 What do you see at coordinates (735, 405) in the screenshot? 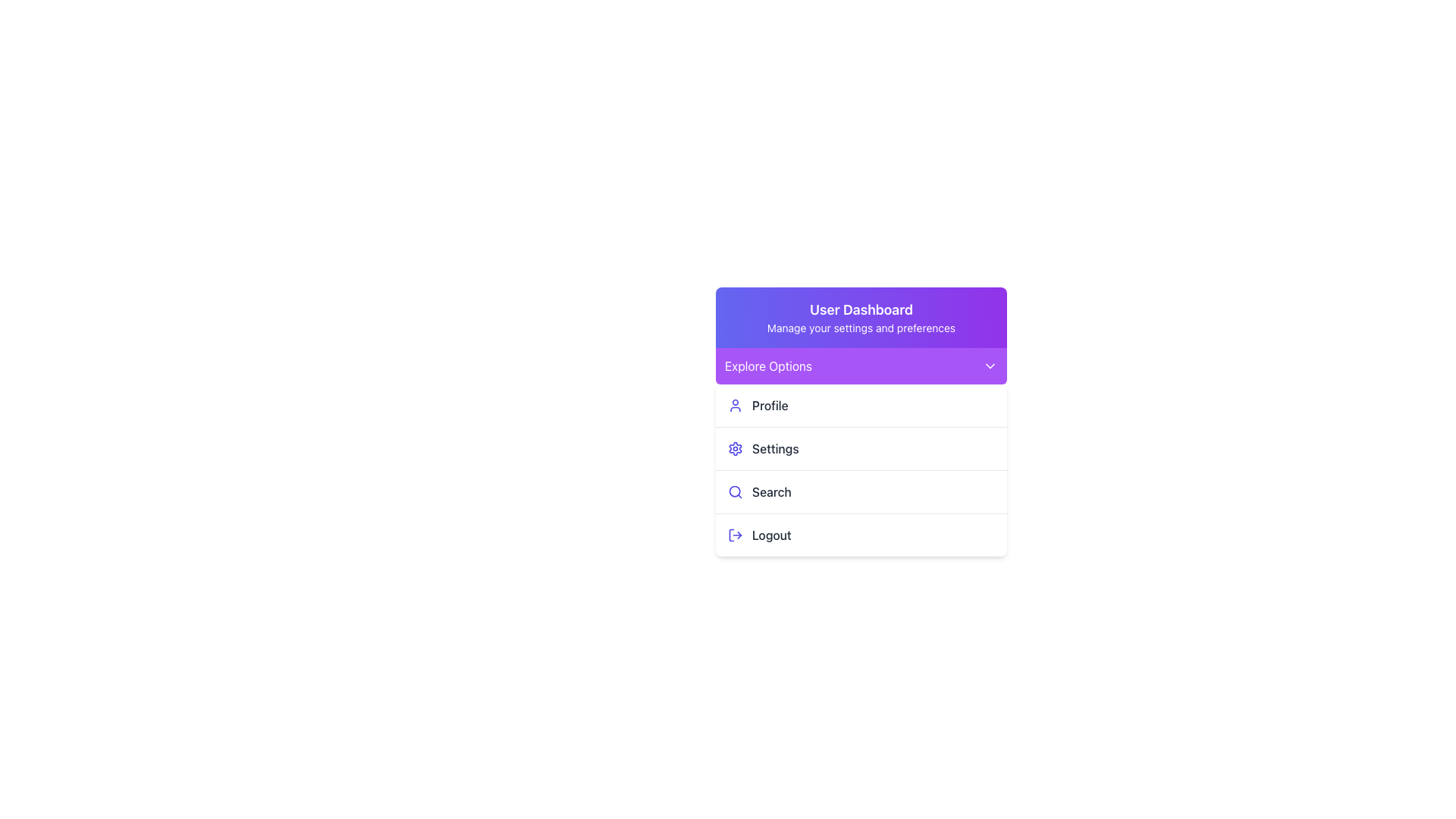
I see `the Profile icon in the vertical navigation menu that is located to the left of the text 'Profile'` at bounding box center [735, 405].